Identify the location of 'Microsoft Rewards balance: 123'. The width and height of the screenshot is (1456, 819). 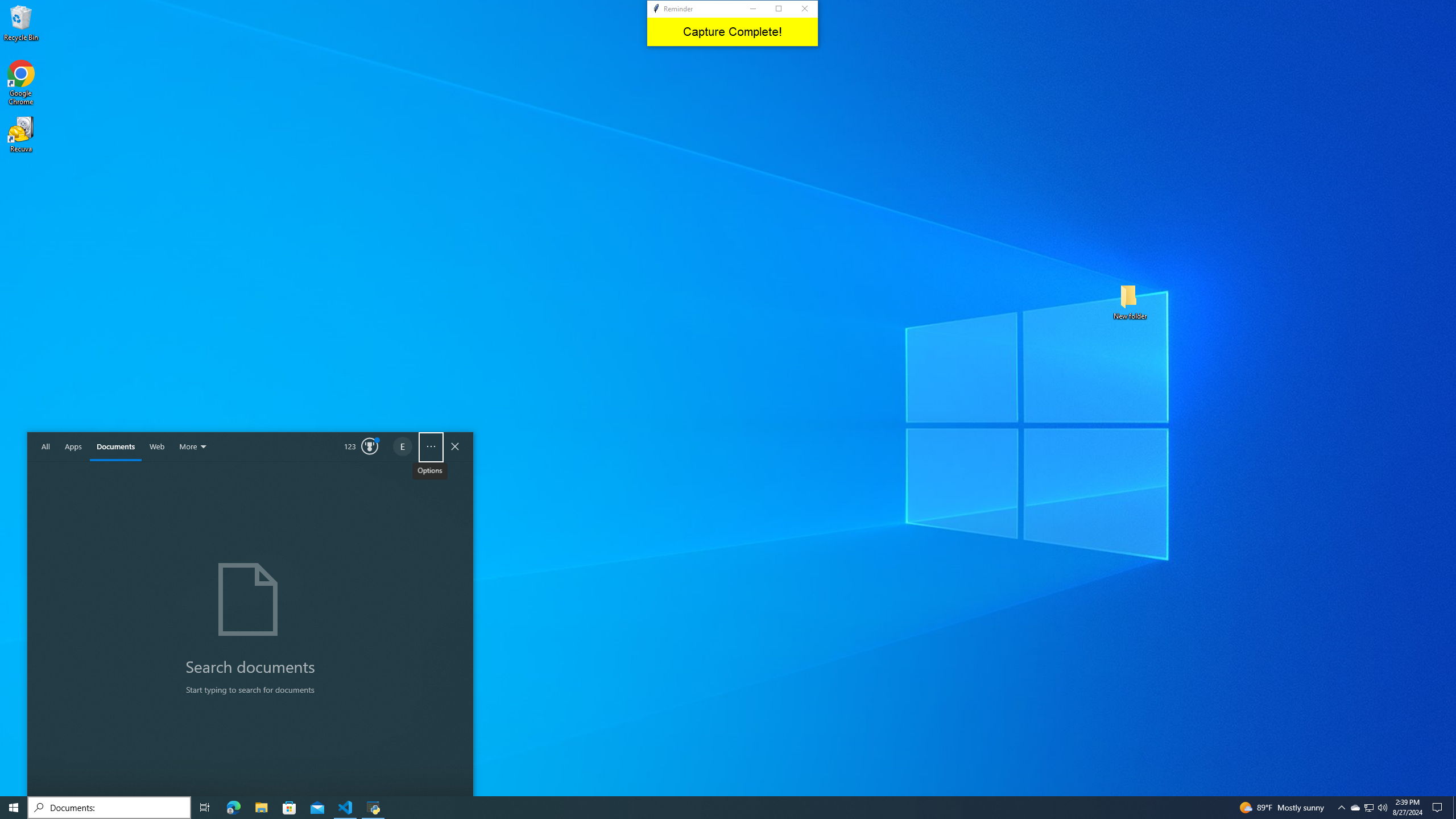
(361, 446).